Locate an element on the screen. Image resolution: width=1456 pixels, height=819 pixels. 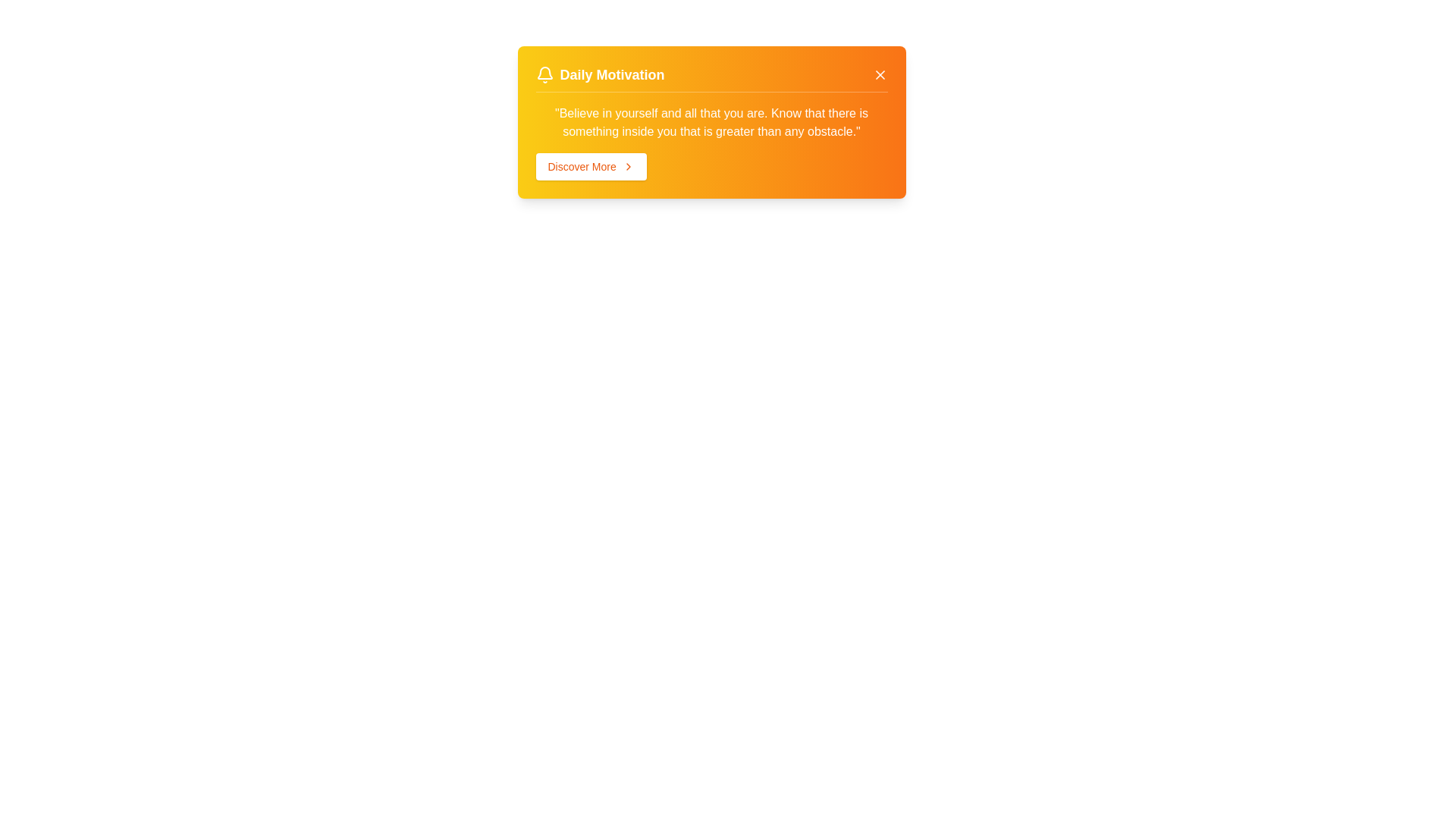
the close button to dismiss the alert is located at coordinates (880, 75).